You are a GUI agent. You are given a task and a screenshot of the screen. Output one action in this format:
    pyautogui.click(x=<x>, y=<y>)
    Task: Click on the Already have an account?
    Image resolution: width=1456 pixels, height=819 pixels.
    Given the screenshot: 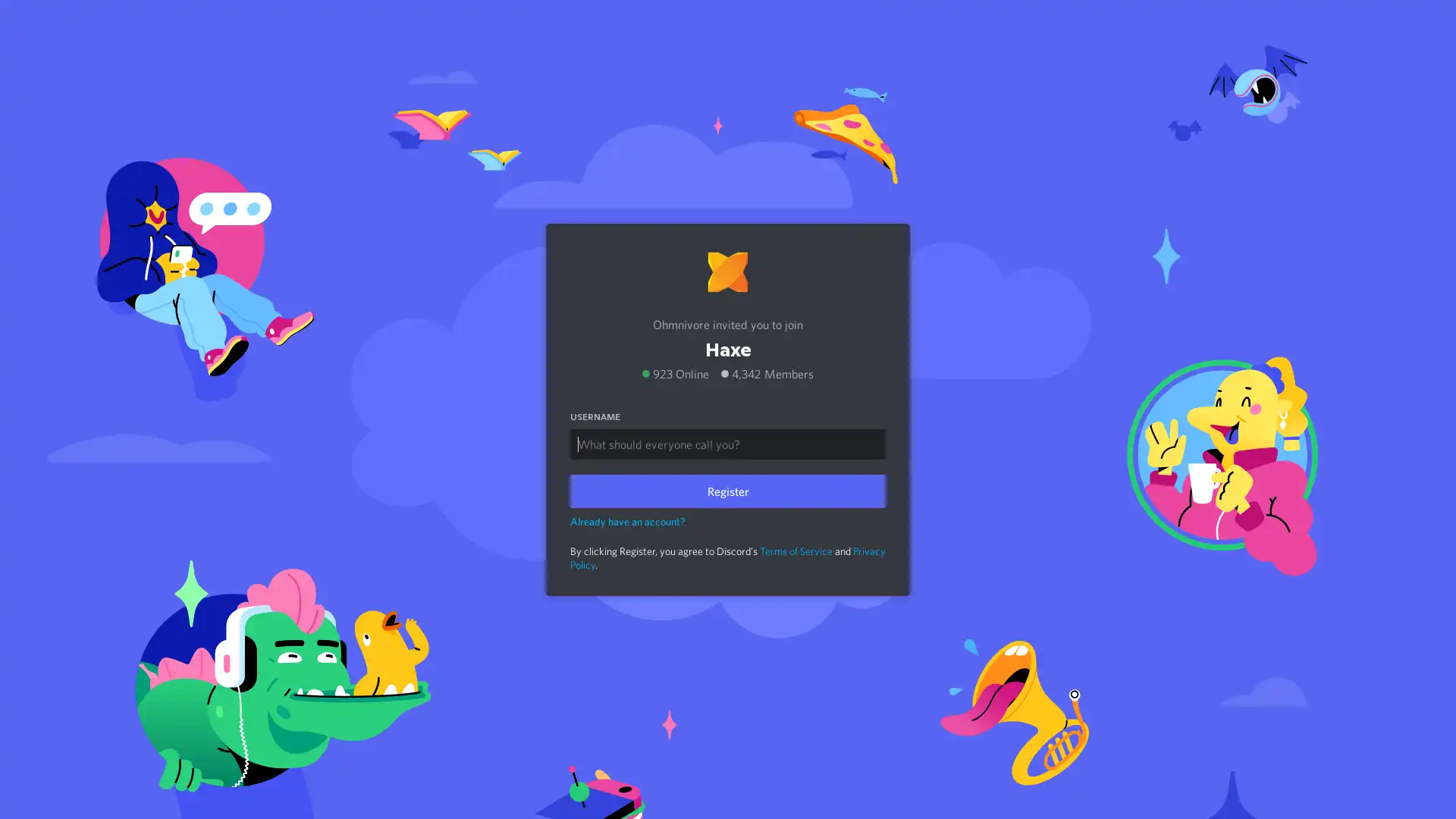 What is the action you would take?
    pyautogui.click(x=628, y=519)
    